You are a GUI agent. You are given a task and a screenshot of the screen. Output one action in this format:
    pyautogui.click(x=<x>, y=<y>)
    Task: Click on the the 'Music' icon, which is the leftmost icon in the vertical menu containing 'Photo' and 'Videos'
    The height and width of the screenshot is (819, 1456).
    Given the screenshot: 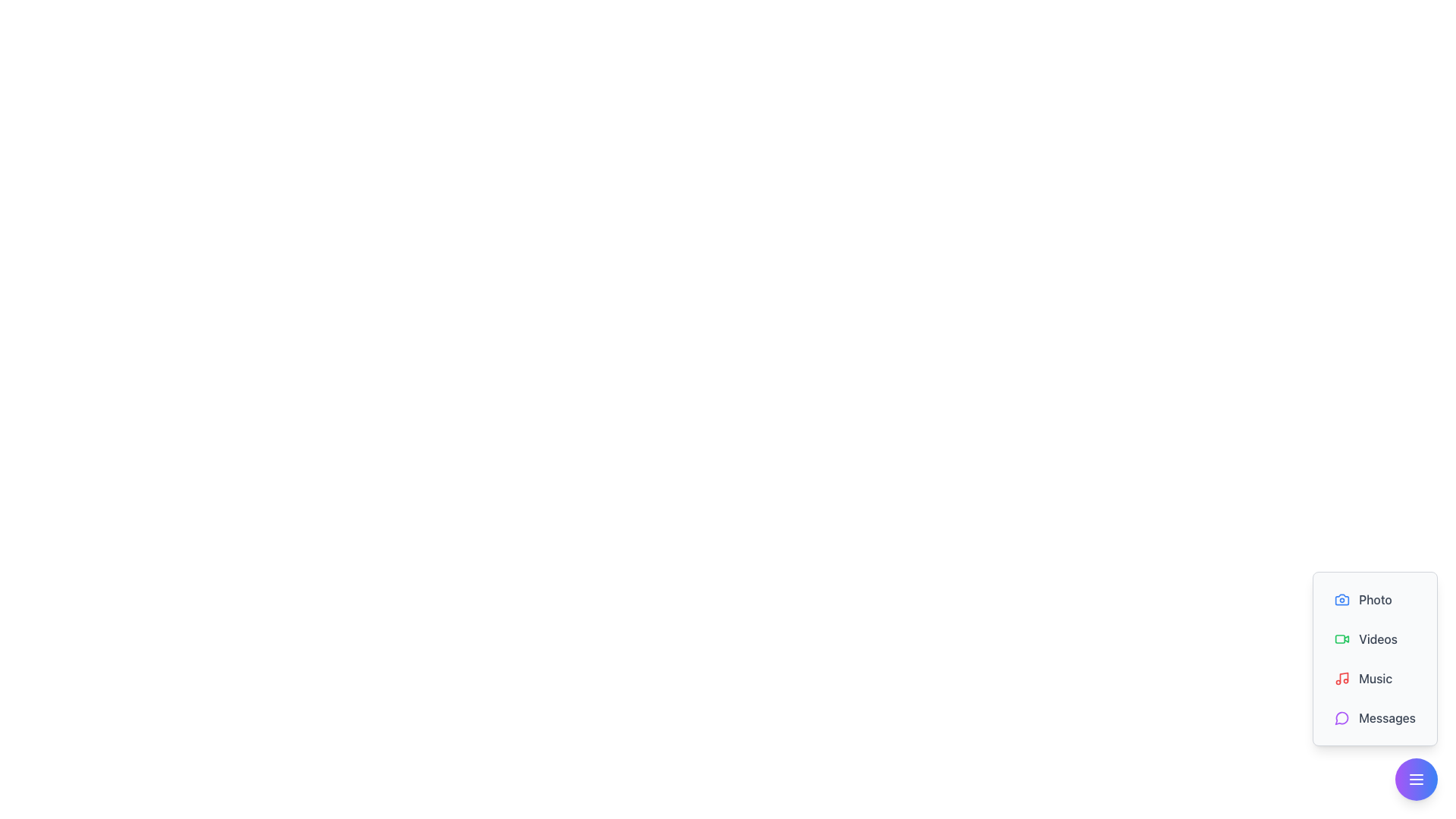 What is the action you would take?
    pyautogui.click(x=1342, y=677)
    